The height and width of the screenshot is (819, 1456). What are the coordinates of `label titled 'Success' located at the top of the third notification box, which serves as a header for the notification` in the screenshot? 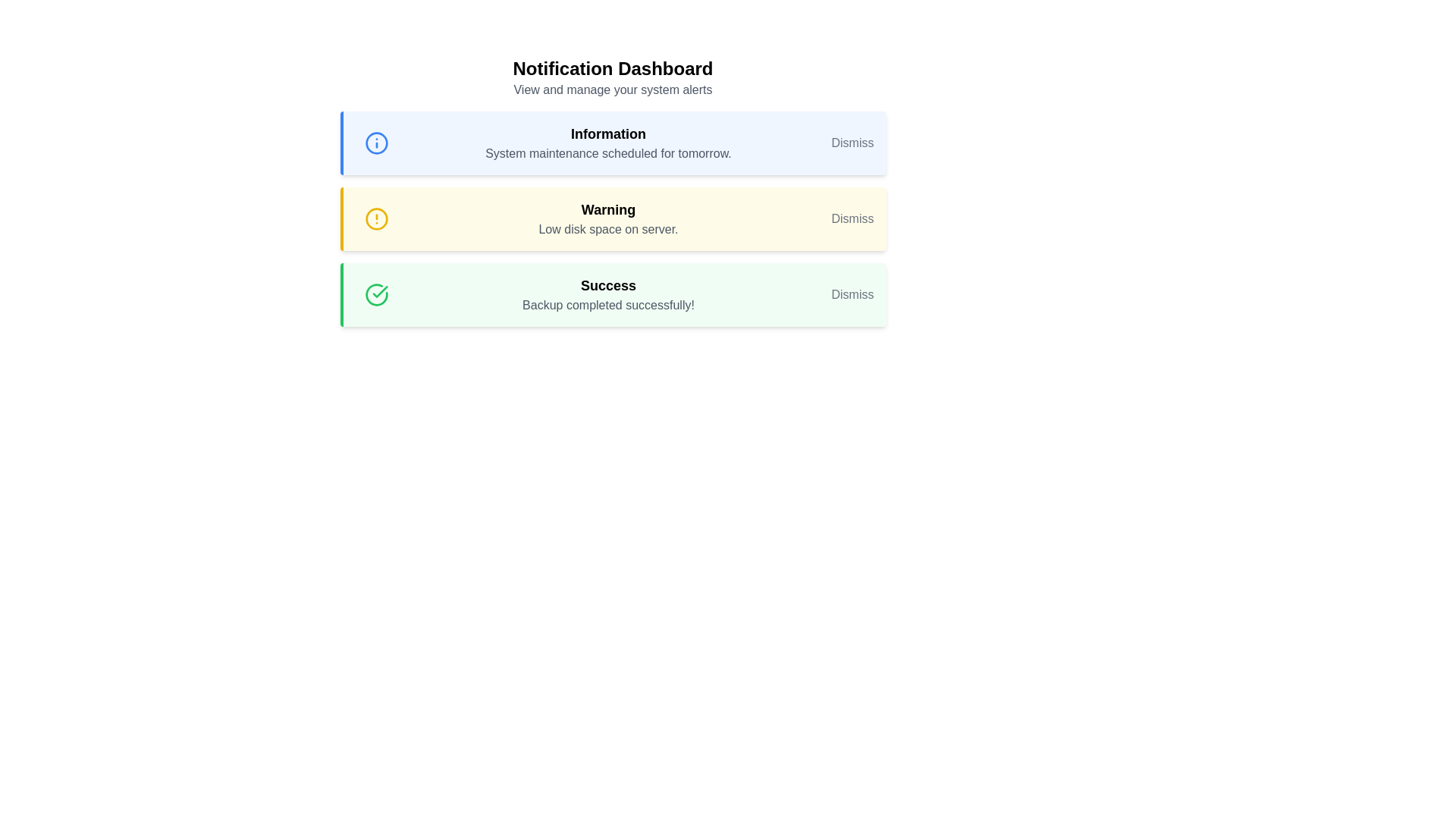 It's located at (608, 286).